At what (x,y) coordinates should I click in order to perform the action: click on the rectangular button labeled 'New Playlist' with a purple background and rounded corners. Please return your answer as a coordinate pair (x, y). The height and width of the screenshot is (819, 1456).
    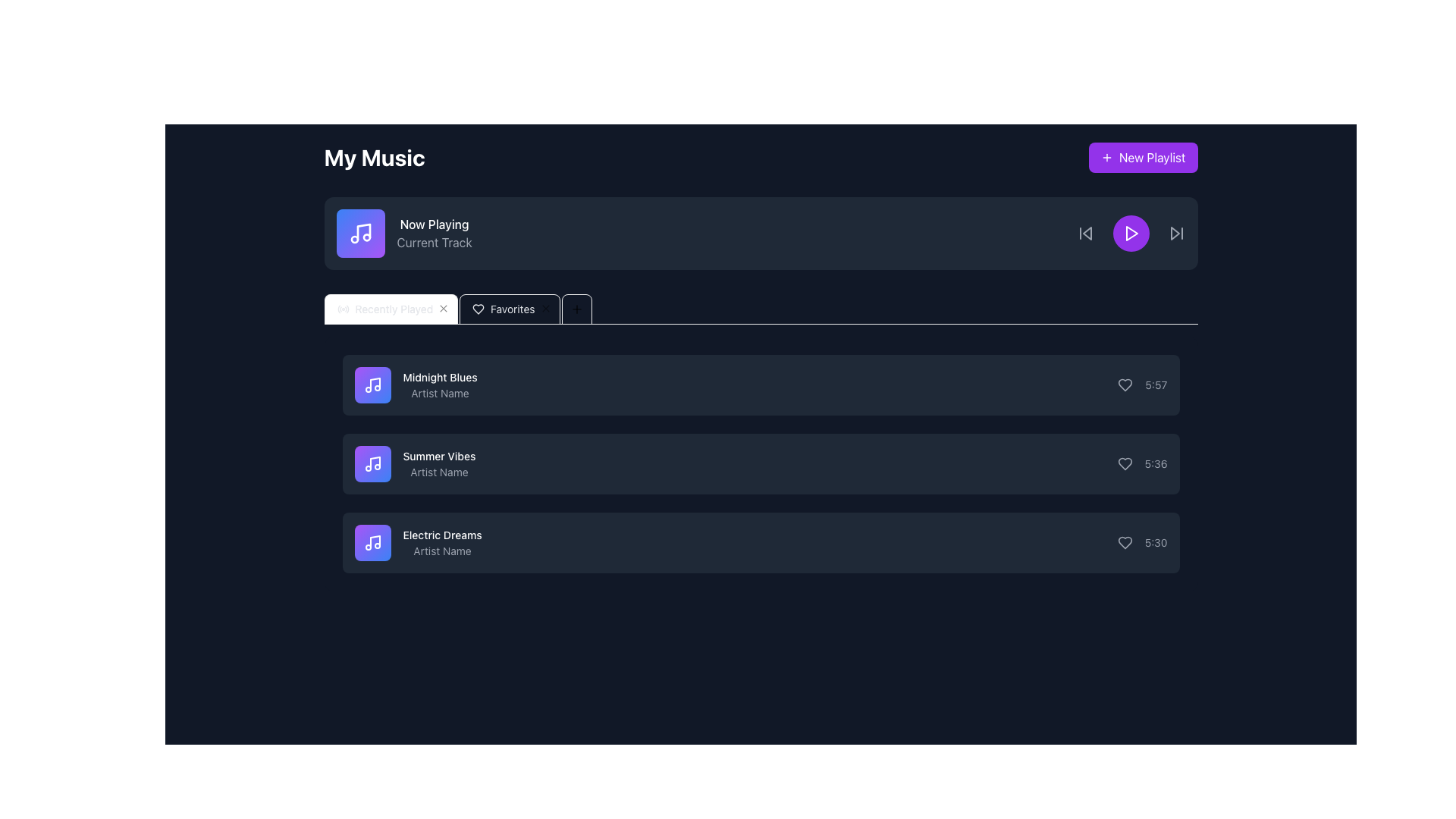
    Looking at the image, I should click on (1143, 158).